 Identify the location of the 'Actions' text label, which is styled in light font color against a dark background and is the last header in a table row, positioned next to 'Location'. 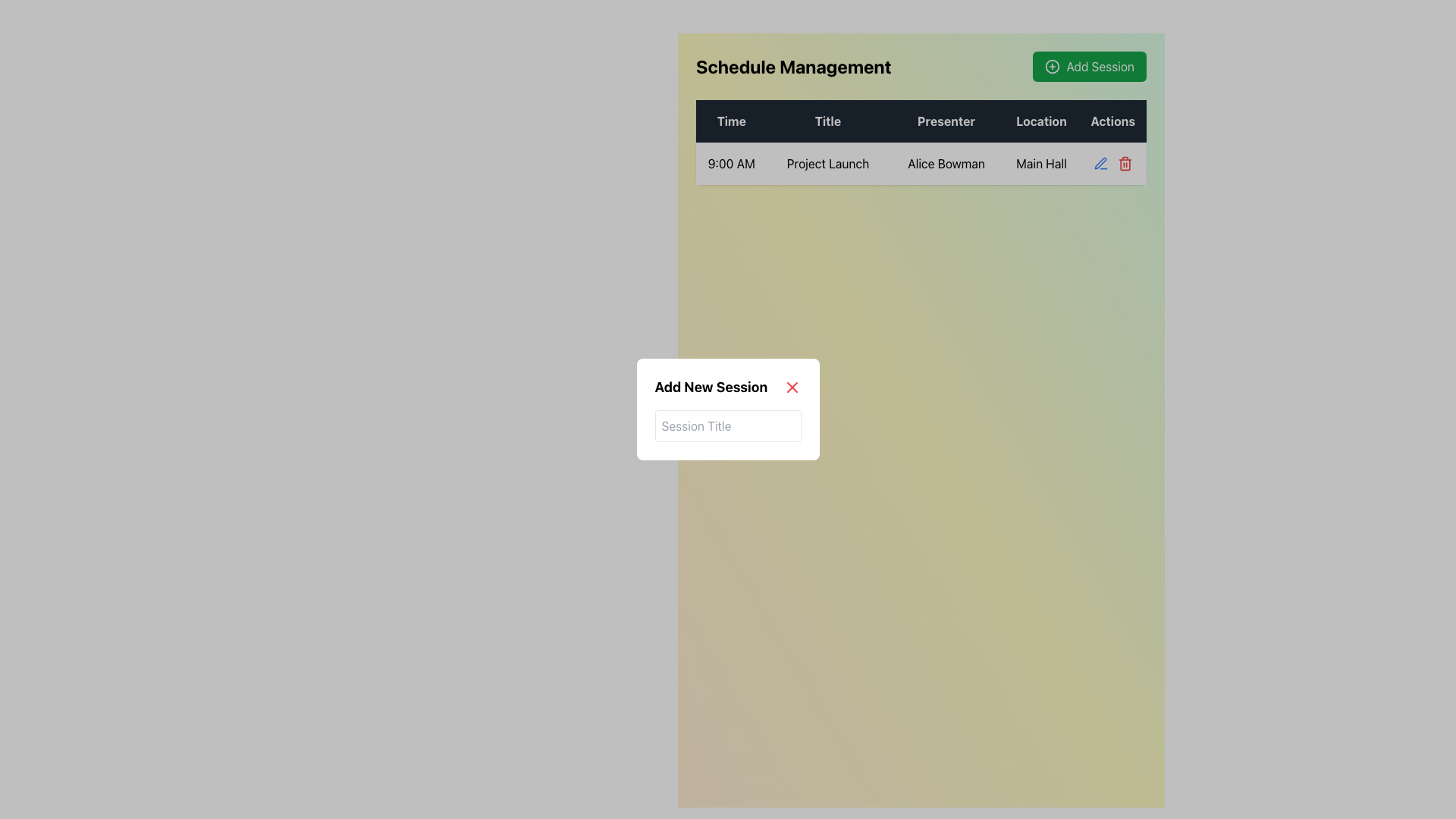
(1112, 120).